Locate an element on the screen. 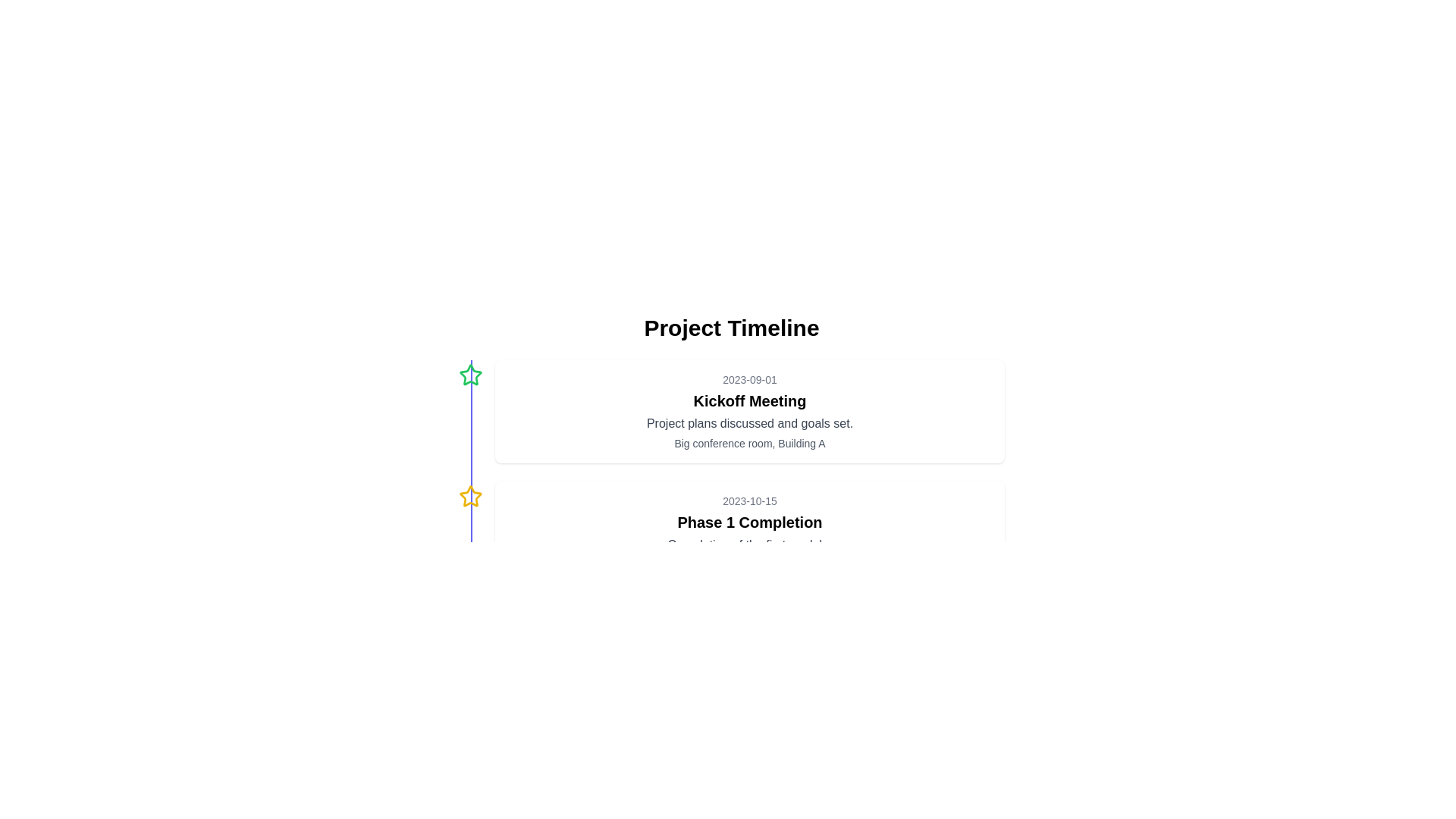 The image size is (1456, 819). the star icon outlined in green with a hollow center, located near the top-left of the timeline display, aligned with the first entry is located at coordinates (469, 375).